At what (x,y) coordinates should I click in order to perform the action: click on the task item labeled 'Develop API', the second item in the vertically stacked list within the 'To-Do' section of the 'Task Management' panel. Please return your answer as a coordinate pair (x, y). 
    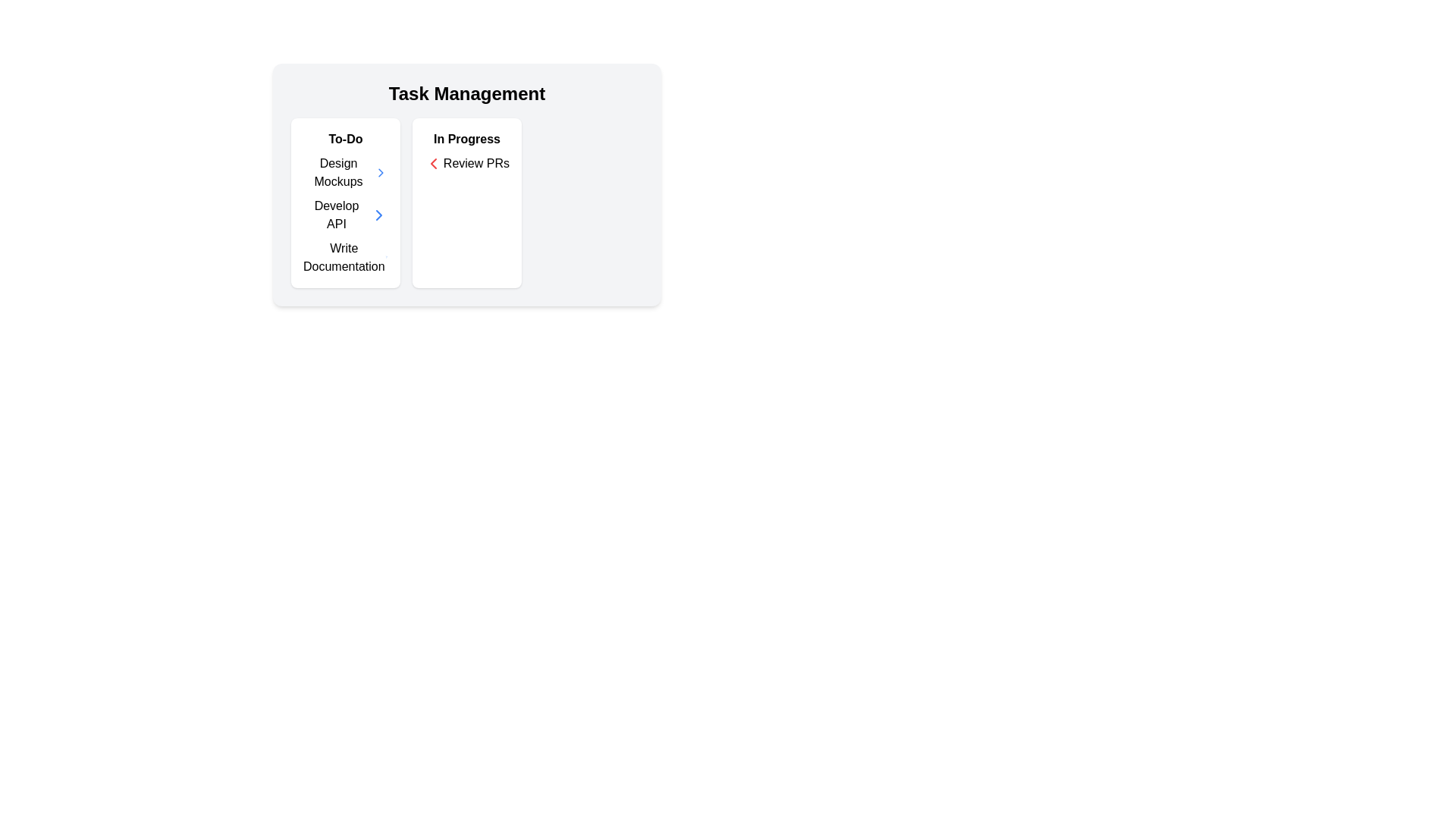
    Looking at the image, I should click on (345, 215).